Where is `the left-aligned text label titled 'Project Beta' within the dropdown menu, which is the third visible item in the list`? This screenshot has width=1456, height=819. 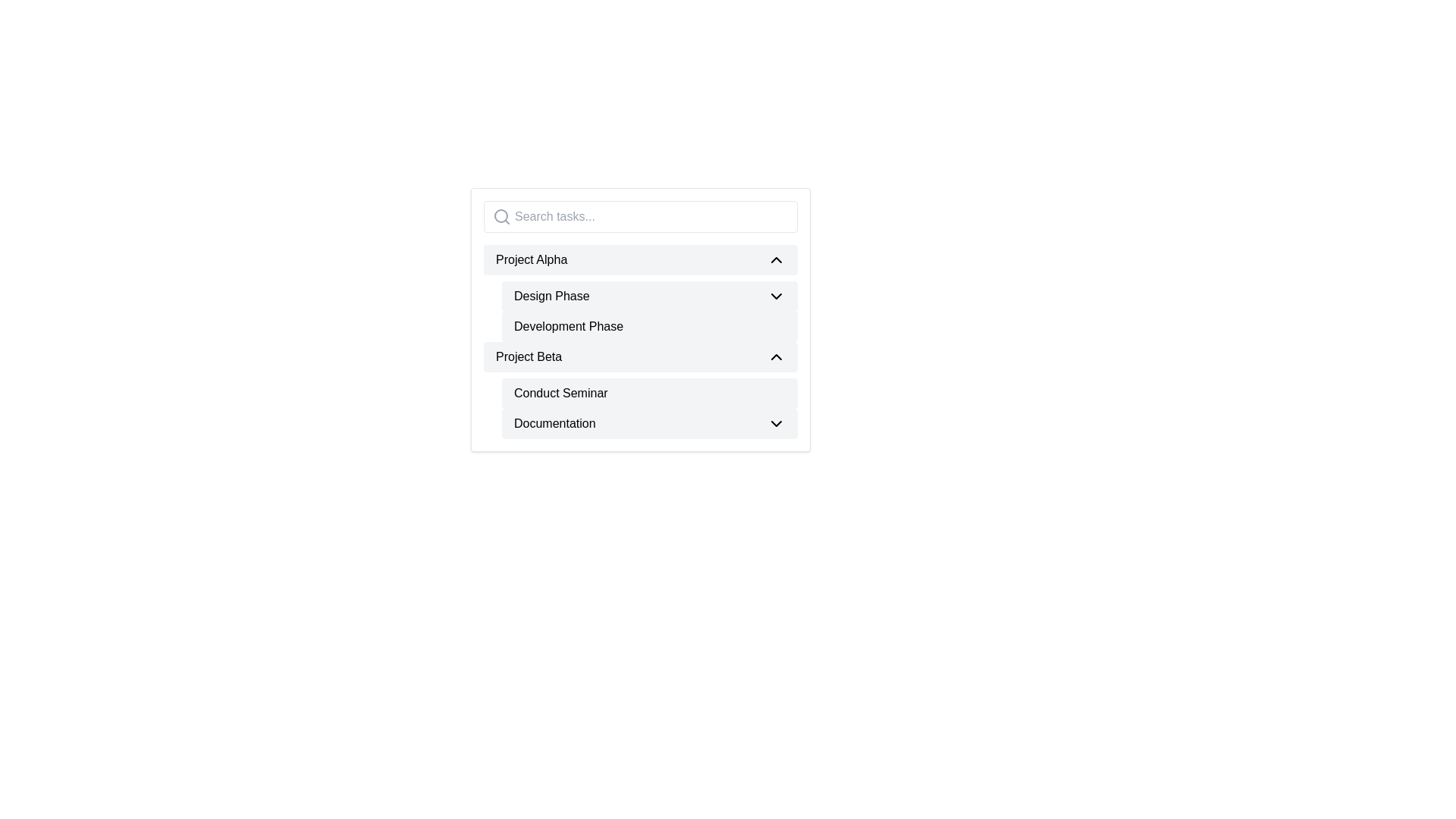 the left-aligned text label titled 'Project Beta' within the dropdown menu, which is the third visible item in the list is located at coordinates (529, 356).